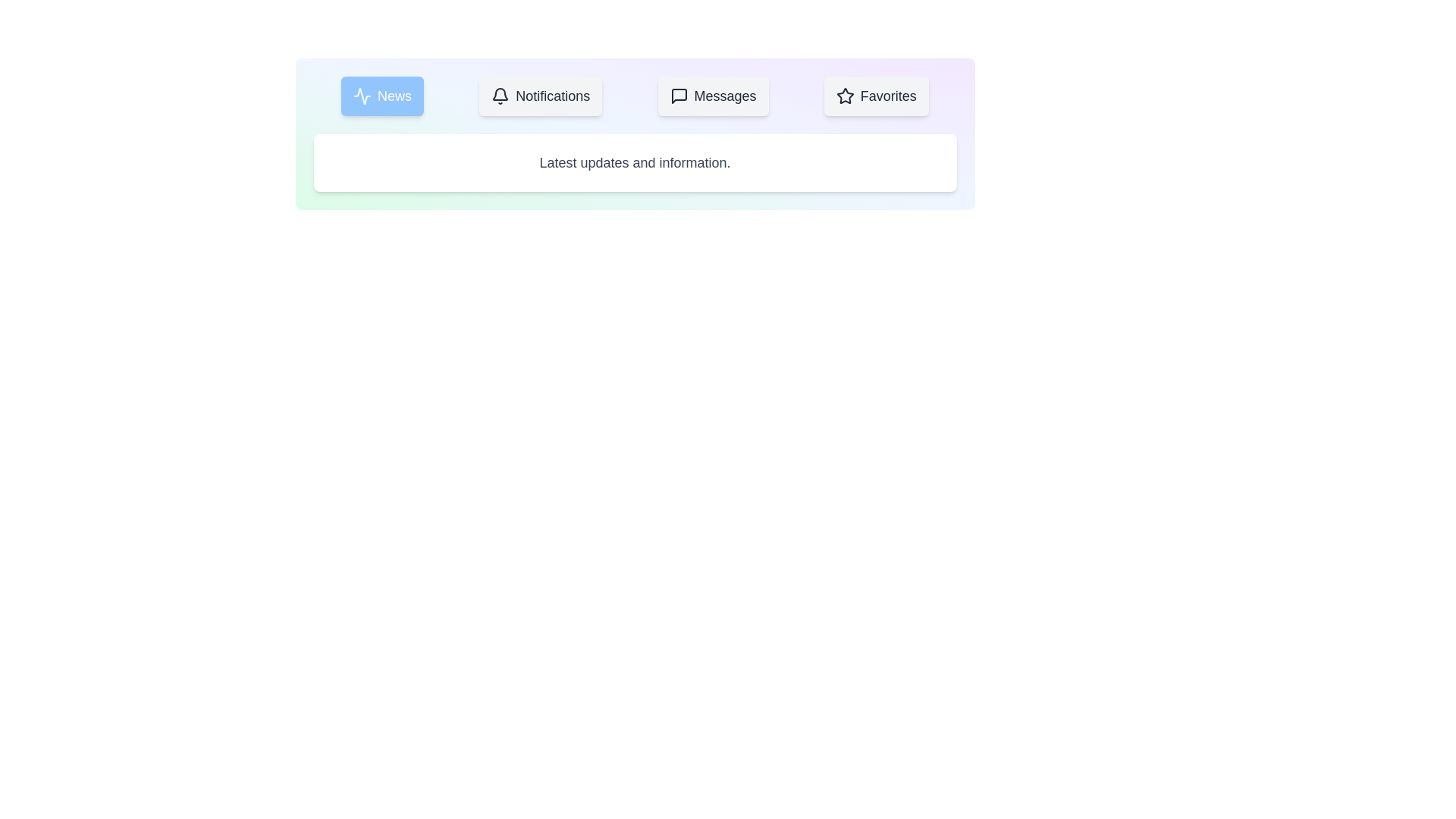  I want to click on the tab with the label Favorites, so click(876, 96).